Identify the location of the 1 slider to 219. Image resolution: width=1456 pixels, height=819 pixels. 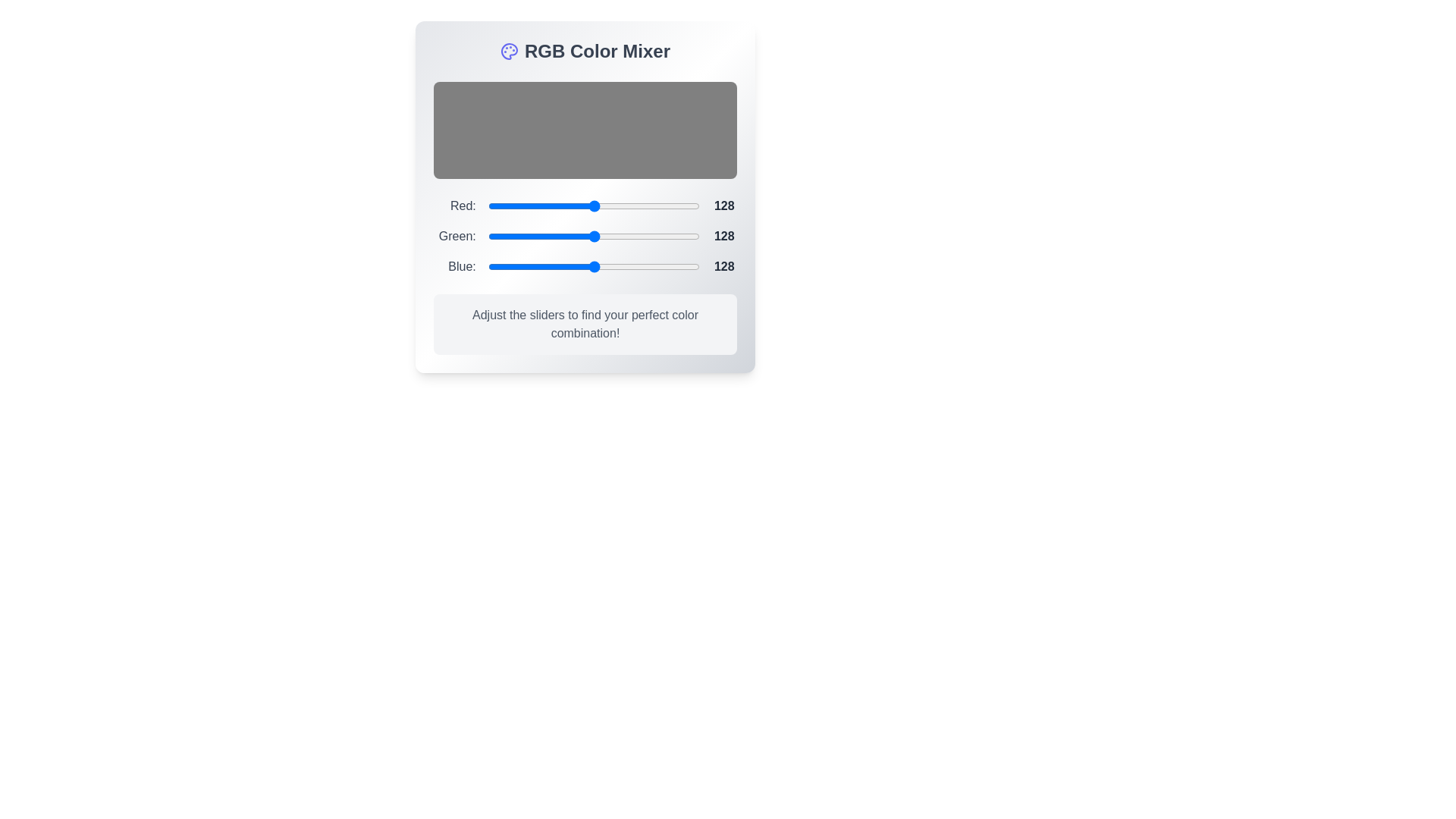
(593, 237).